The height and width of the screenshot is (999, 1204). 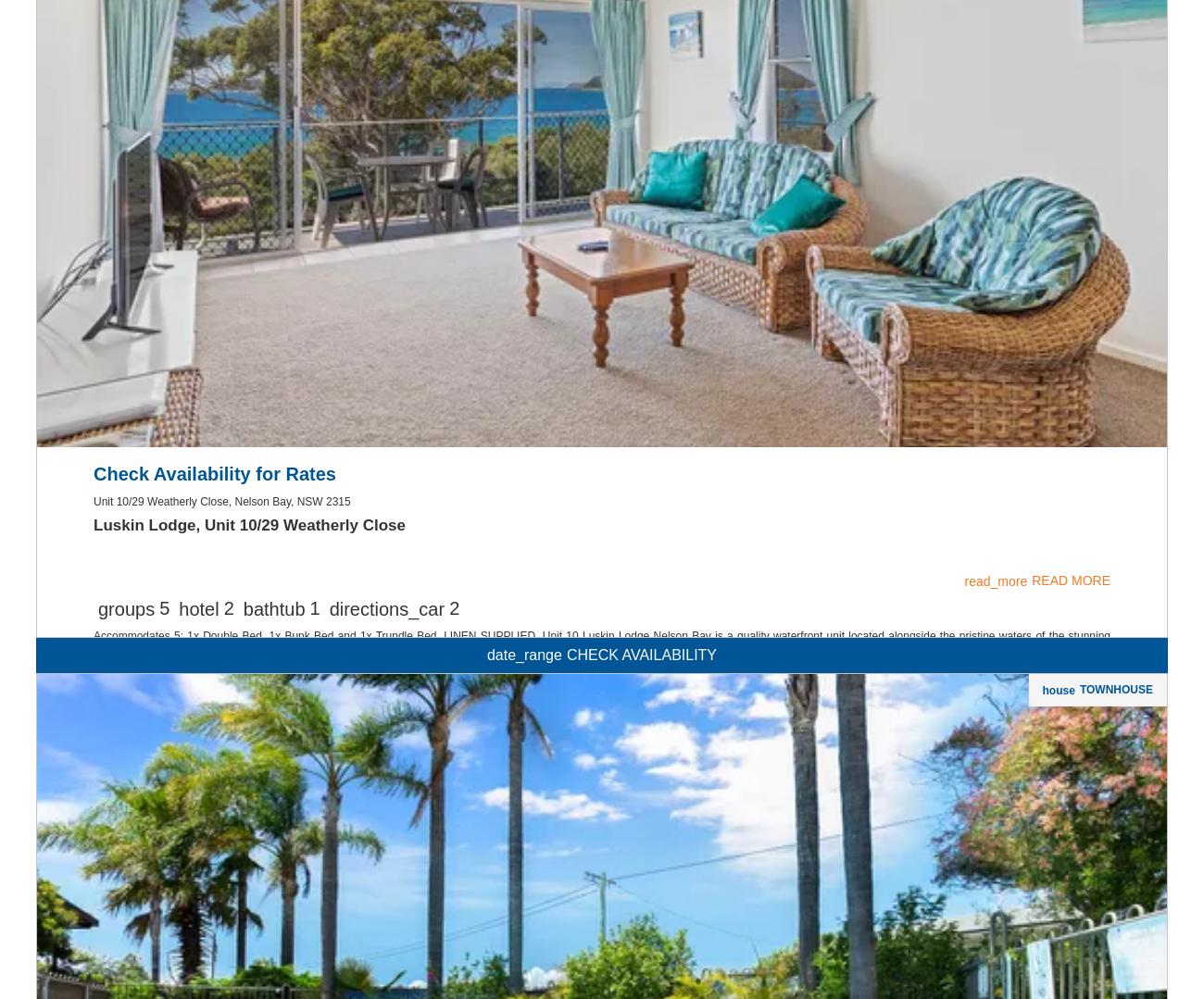 I want to click on 'groups', so click(x=125, y=846).